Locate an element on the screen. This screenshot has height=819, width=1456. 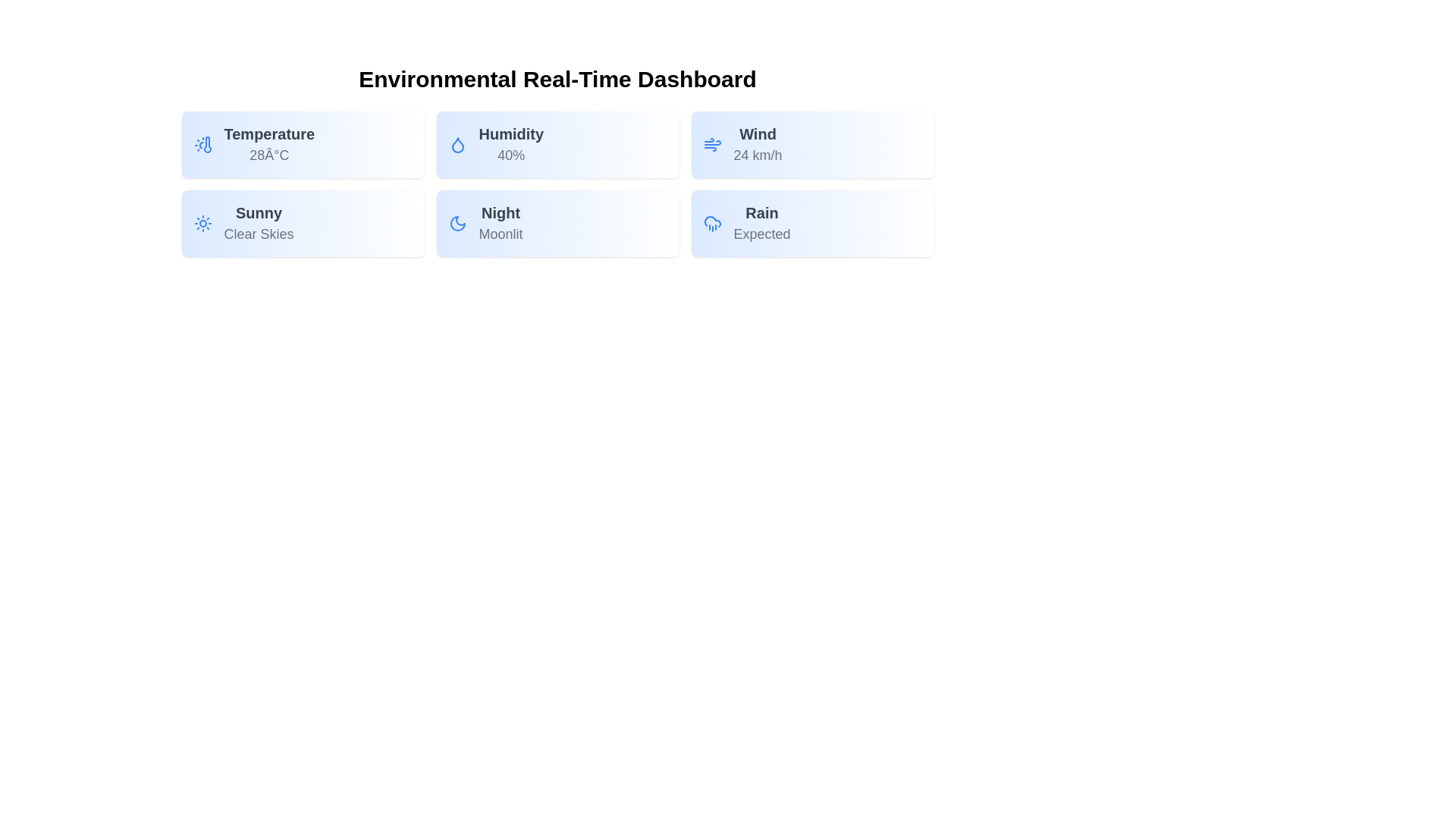
the static text display showing '28Â°C' in gray font below the 'Temperature' title in the card-like interface is located at coordinates (269, 155).